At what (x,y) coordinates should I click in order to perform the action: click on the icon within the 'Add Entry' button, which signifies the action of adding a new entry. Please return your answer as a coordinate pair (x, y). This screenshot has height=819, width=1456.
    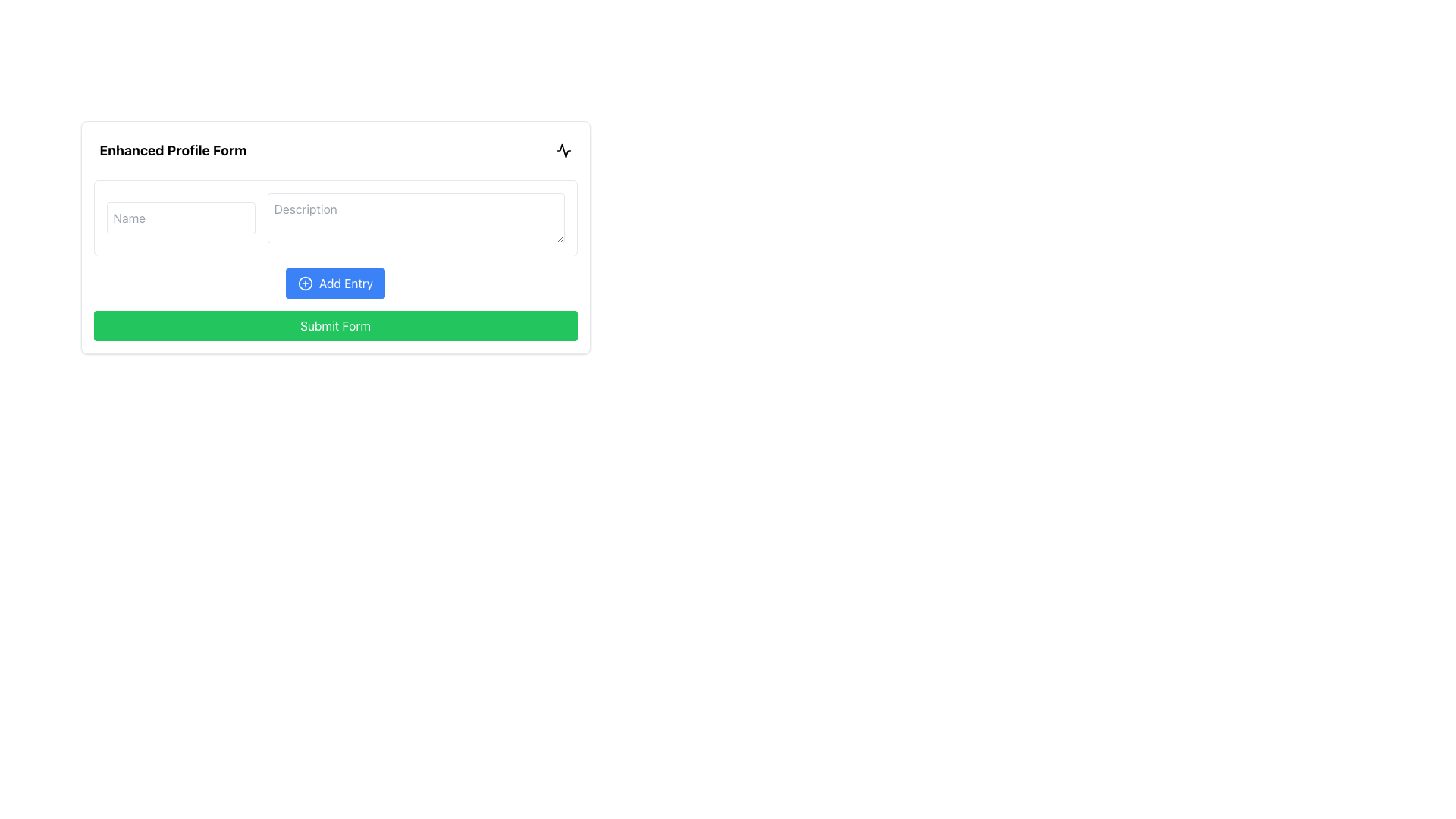
    Looking at the image, I should click on (304, 284).